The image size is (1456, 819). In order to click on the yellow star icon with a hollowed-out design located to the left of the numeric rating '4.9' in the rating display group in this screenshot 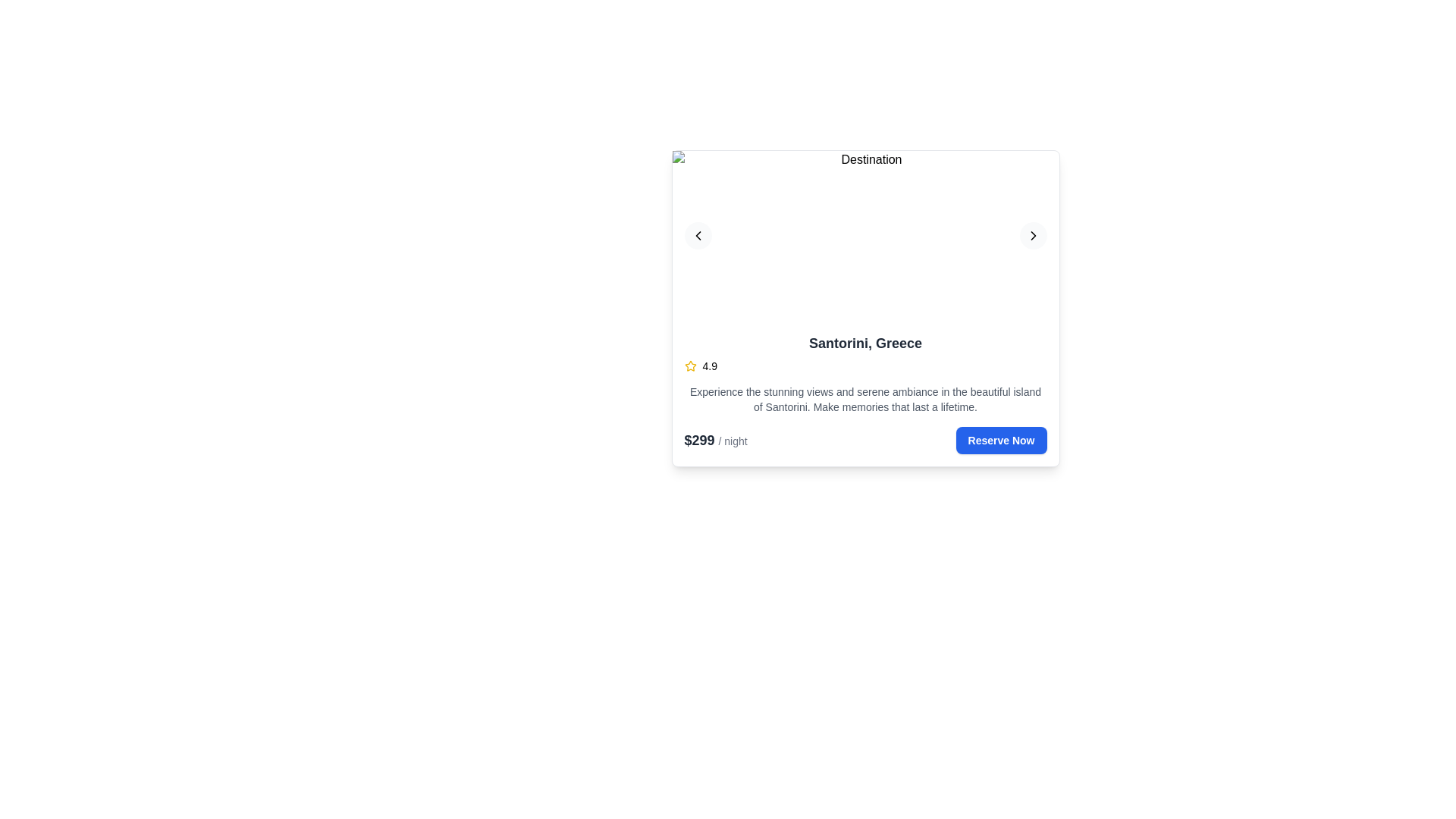, I will do `click(689, 366)`.